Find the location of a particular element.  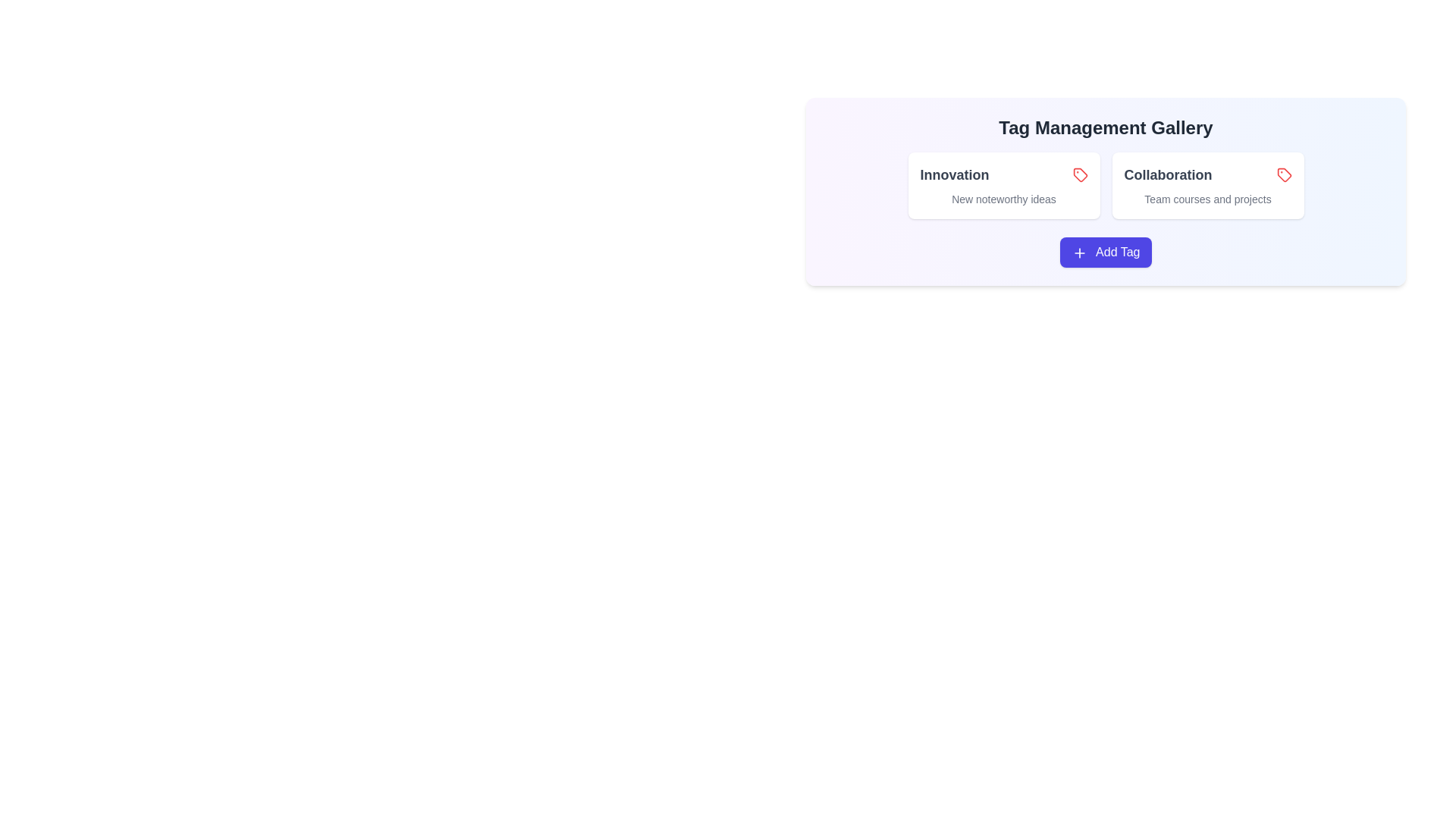

the button located in the 'Tag Management Gallery' section, positioned below the 'Innovation' and 'Collaboration' tag cards is located at coordinates (1106, 251).